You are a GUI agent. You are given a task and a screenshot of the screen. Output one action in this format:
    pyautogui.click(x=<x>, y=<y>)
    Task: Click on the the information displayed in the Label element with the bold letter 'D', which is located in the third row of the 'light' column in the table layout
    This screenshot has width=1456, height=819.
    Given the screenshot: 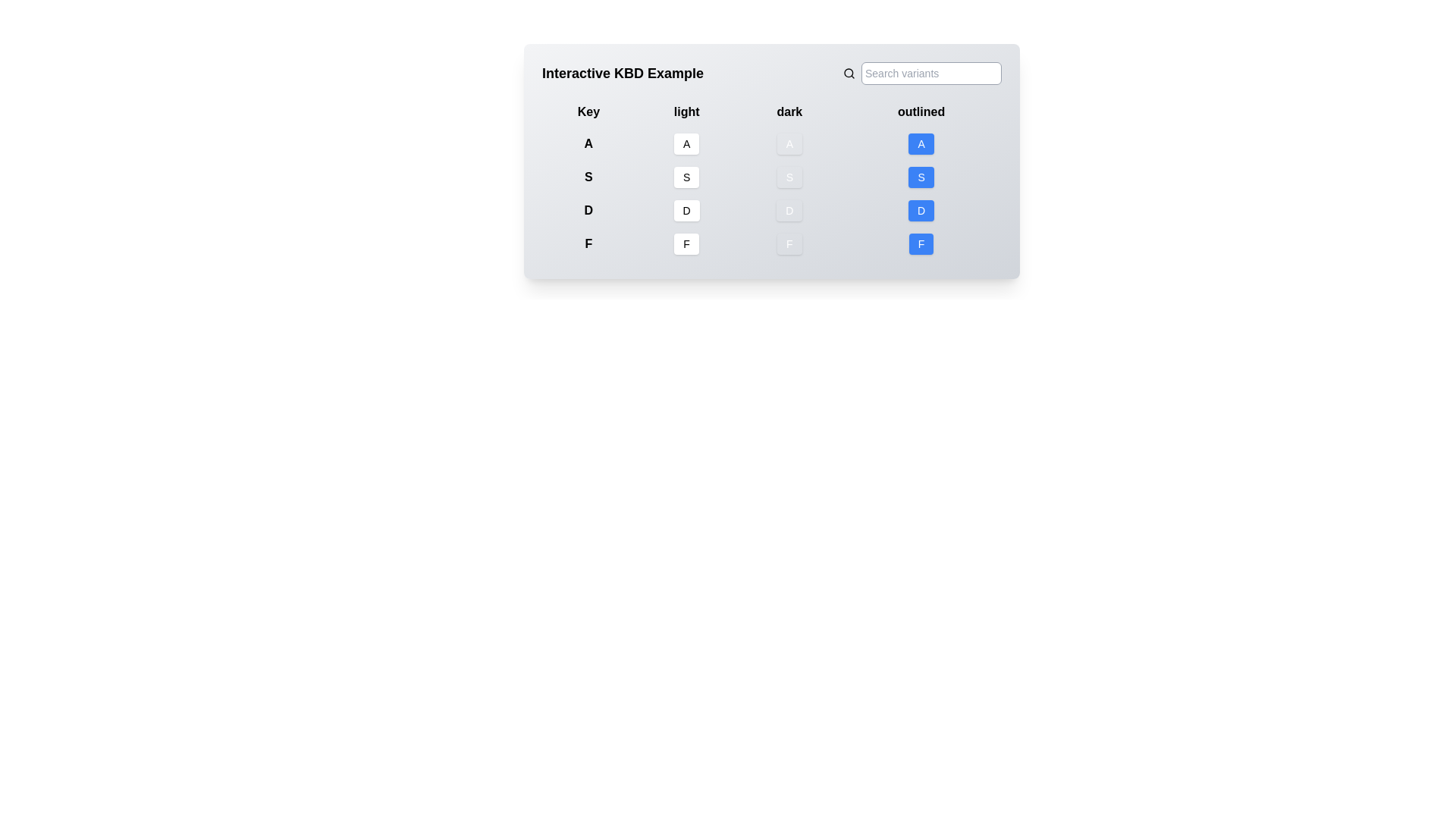 What is the action you would take?
    pyautogui.click(x=686, y=210)
    